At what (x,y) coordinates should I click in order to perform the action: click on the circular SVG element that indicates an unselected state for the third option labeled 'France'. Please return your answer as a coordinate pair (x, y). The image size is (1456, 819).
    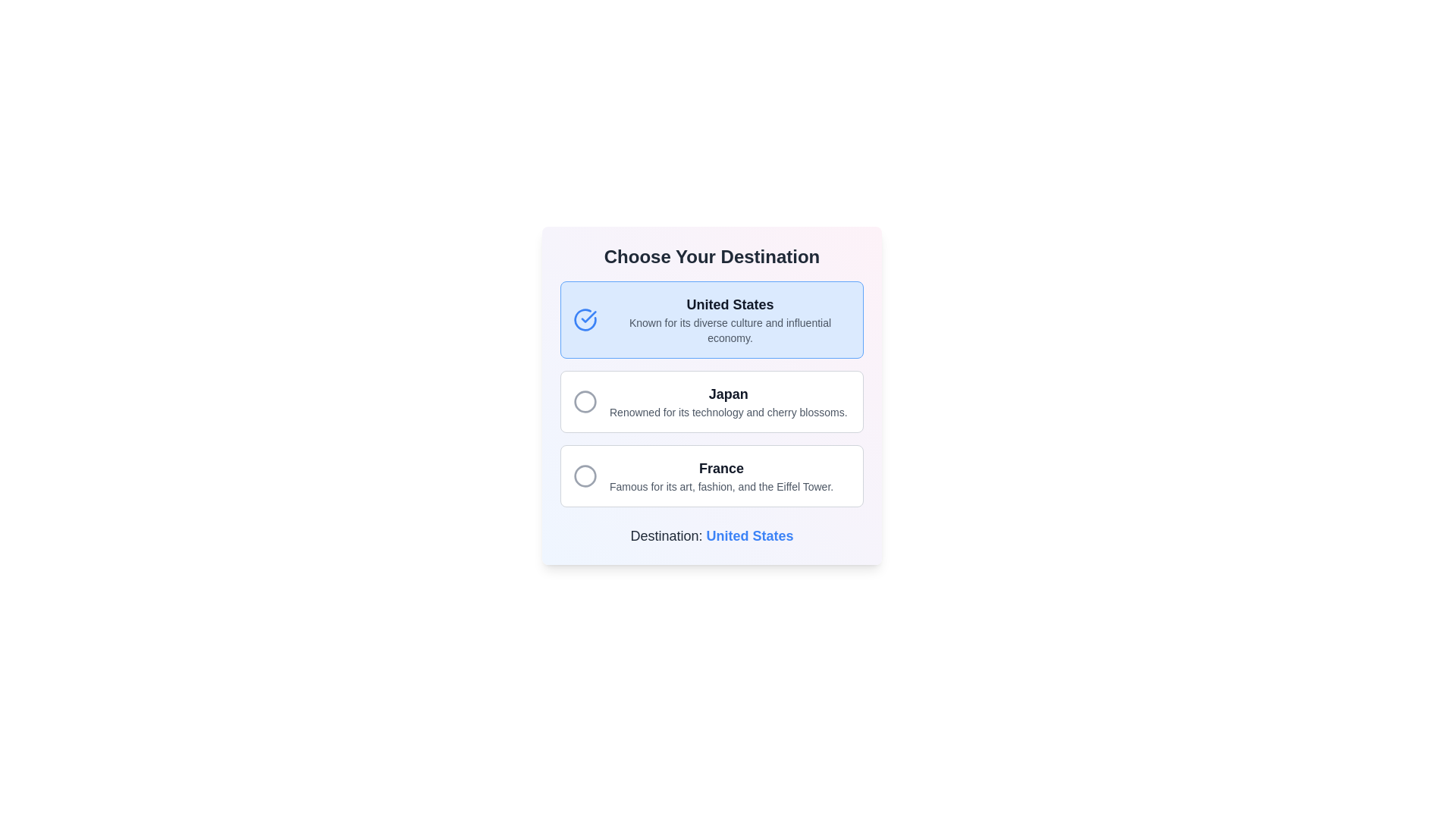
    Looking at the image, I should click on (585, 475).